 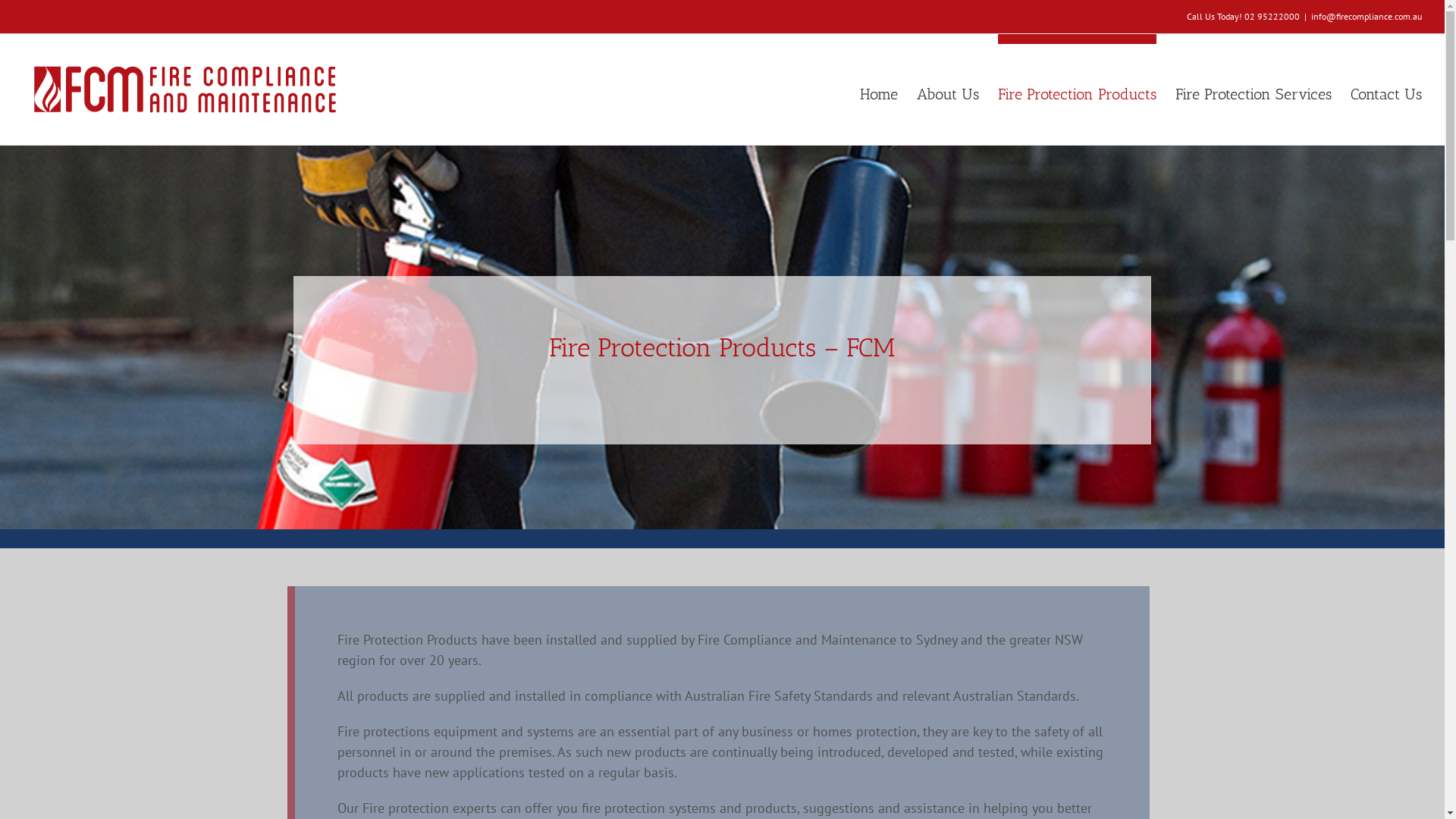 What do you see at coordinates (1272, 16) in the screenshot?
I see `'02 95222000'` at bounding box center [1272, 16].